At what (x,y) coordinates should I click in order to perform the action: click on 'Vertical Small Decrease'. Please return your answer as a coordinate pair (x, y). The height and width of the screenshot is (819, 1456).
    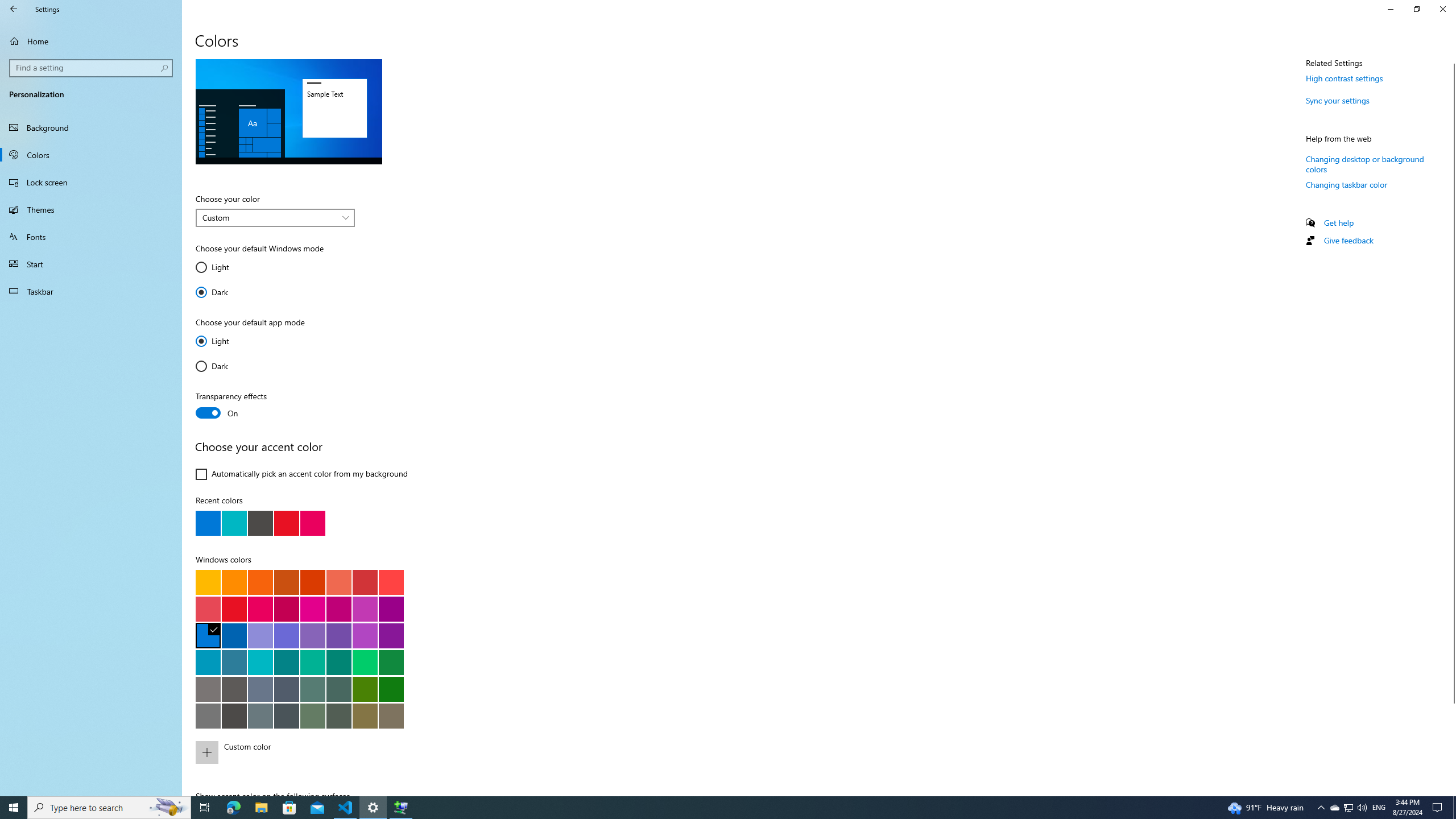
    Looking at the image, I should click on (1451, 59).